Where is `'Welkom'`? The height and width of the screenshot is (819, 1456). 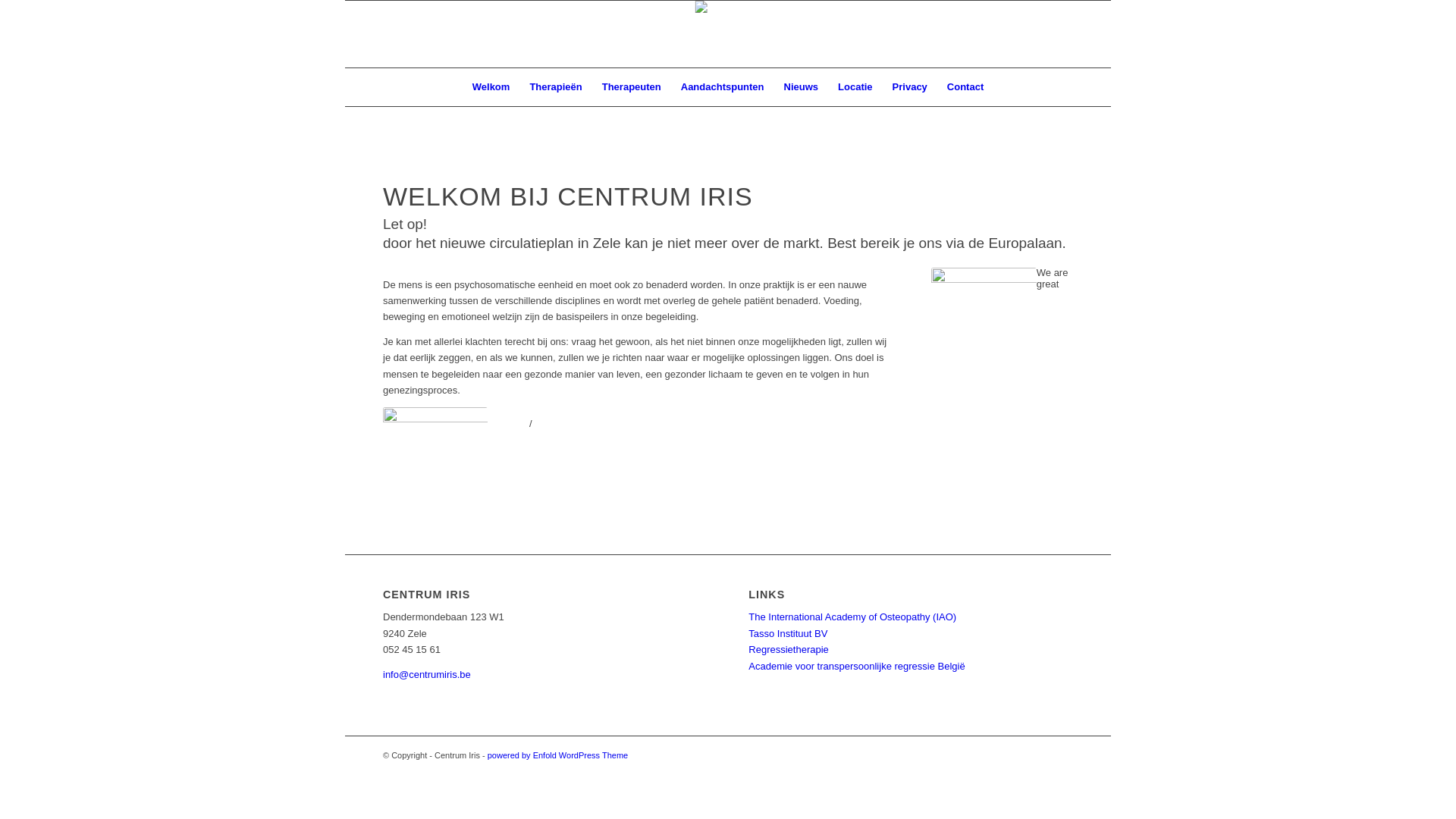
'Welkom' is located at coordinates (491, 87).